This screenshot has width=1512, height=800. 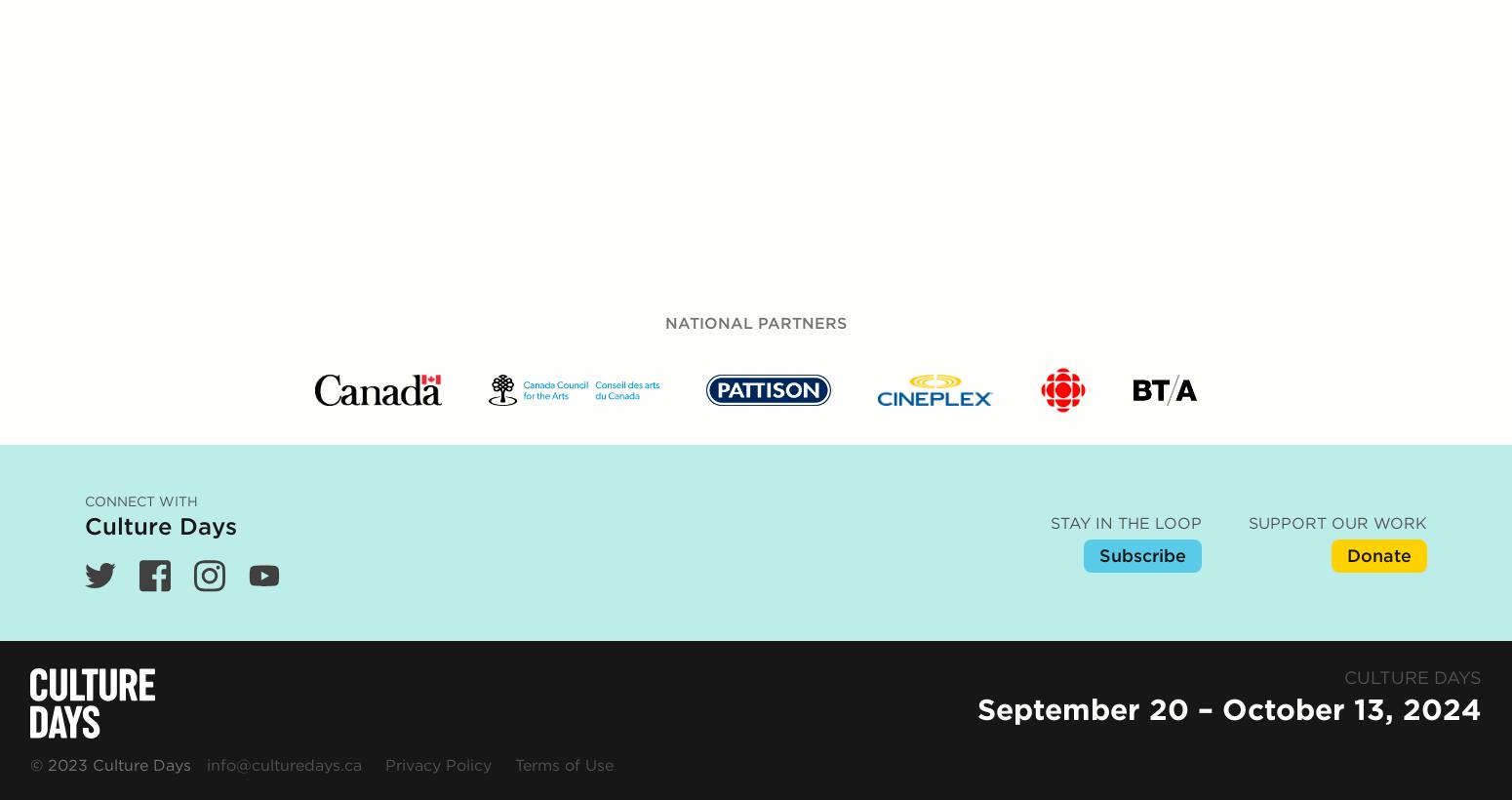 I want to click on 'Privacy Policy', so click(x=384, y=345).